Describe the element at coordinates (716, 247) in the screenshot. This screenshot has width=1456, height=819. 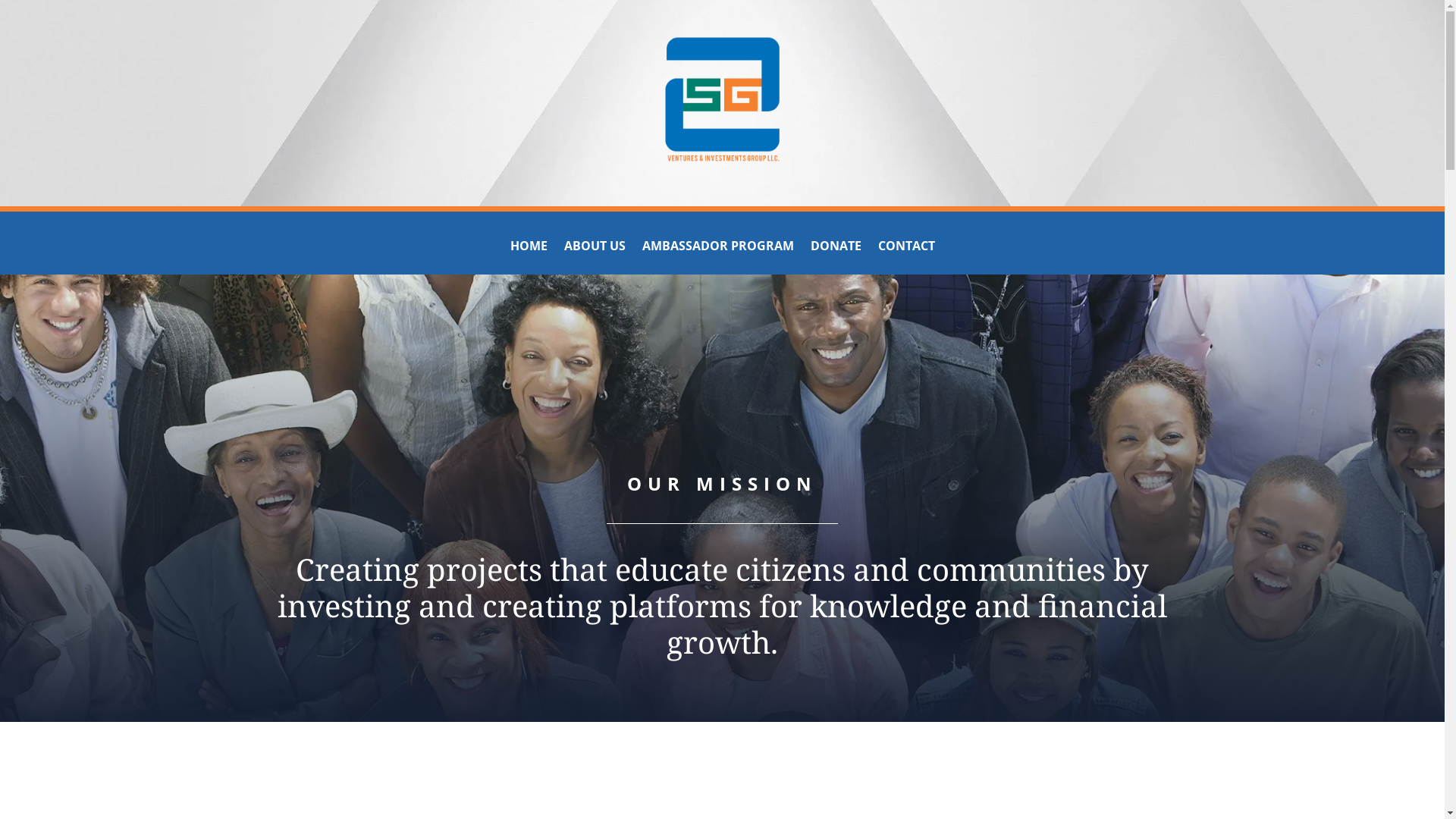
I see `'AMBASSADOR PROGRAM'` at that location.